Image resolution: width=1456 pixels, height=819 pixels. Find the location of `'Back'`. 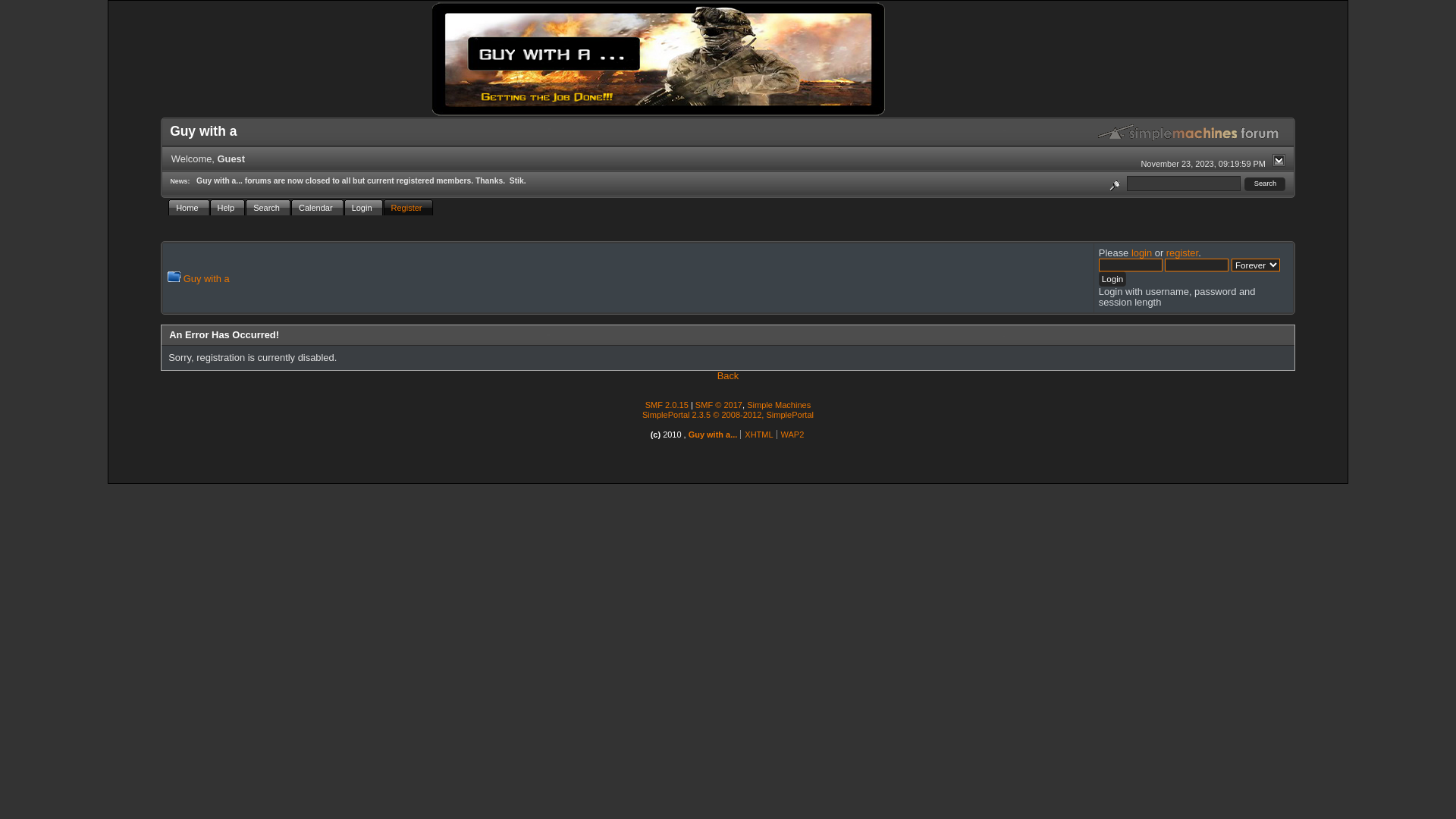

'Back' is located at coordinates (728, 375).